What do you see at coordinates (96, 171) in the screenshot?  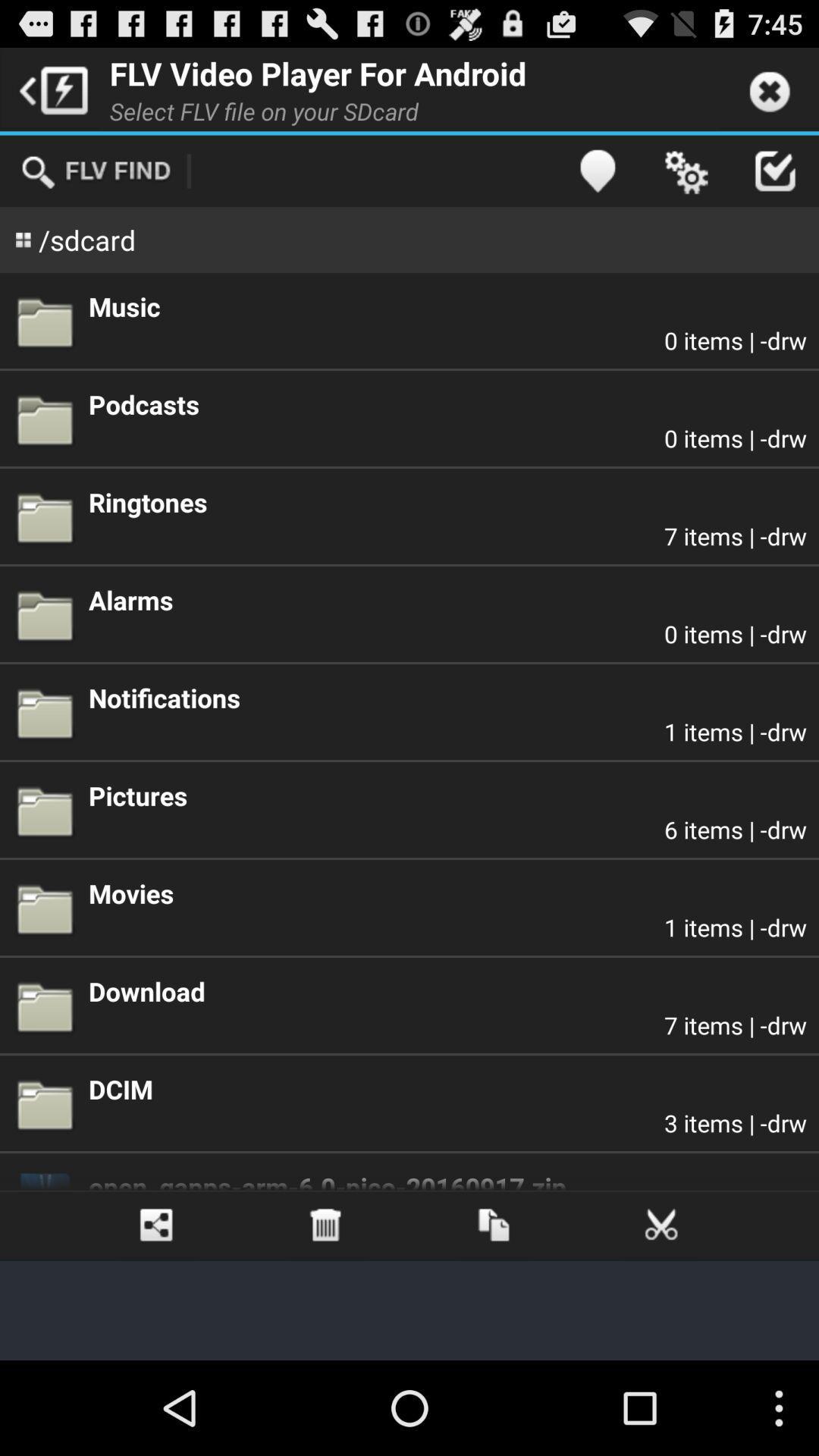 I see `item above /sdcard app` at bounding box center [96, 171].